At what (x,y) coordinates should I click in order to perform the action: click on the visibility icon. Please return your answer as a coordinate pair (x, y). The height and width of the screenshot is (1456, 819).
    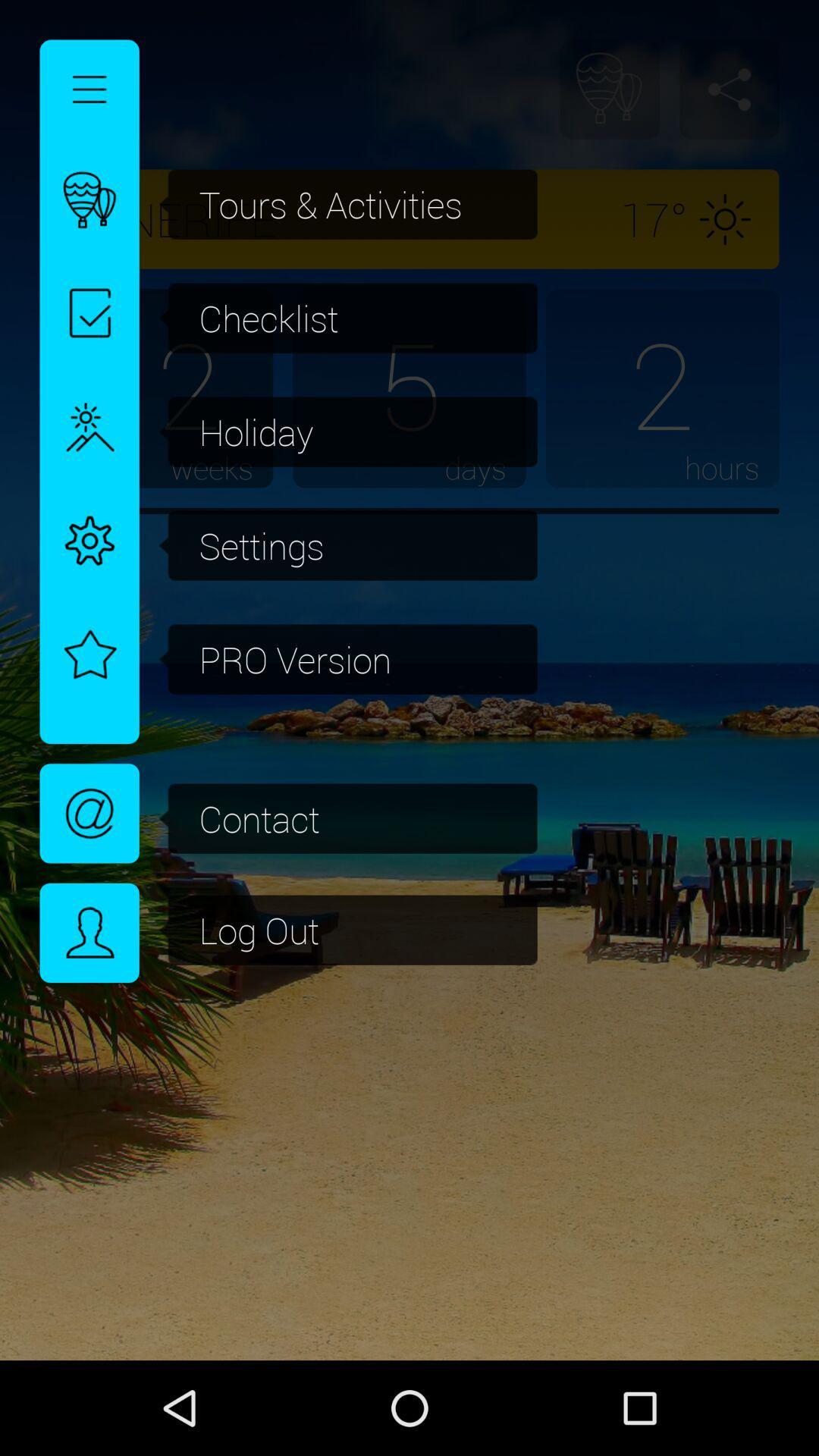
    Looking at the image, I should click on (89, 812).